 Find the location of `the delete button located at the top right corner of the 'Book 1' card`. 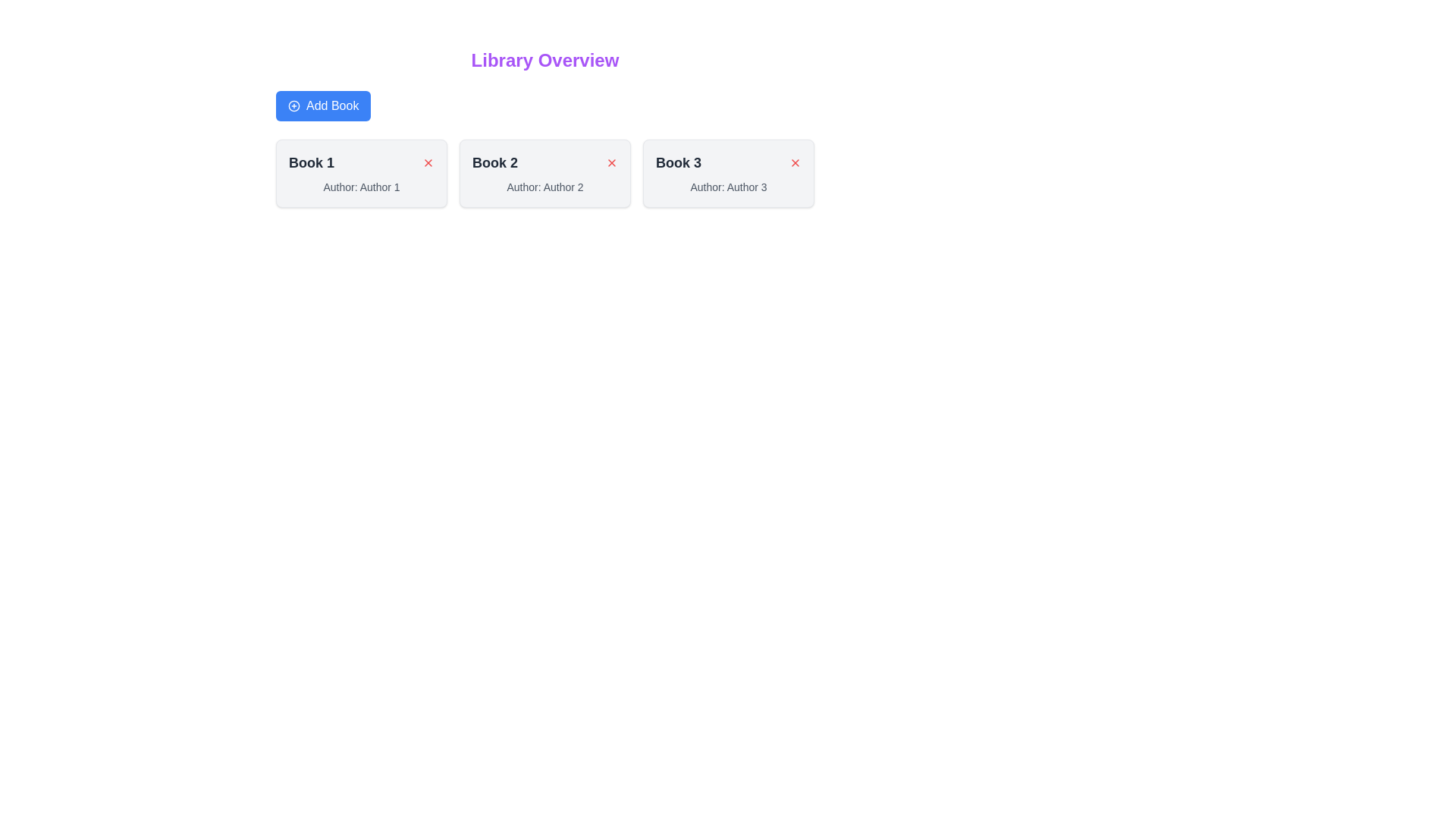

the delete button located at the top right corner of the 'Book 1' card is located at coordinates (428, 163).